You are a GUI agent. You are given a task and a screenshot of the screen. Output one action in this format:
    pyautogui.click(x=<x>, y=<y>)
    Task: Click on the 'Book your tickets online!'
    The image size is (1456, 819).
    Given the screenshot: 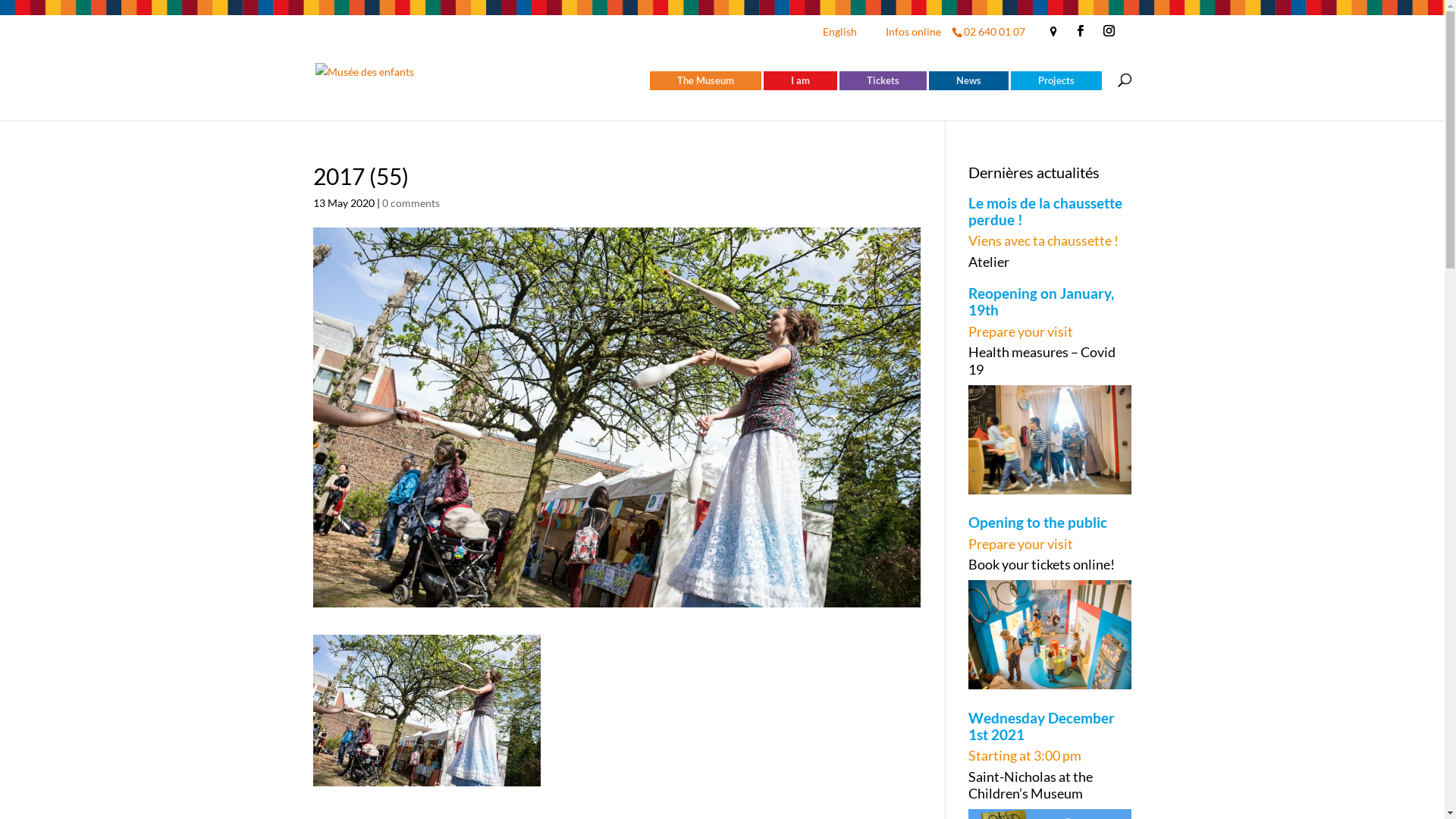 What is the action you would take?
    pyautogui.click(x=1050, y=564)
    